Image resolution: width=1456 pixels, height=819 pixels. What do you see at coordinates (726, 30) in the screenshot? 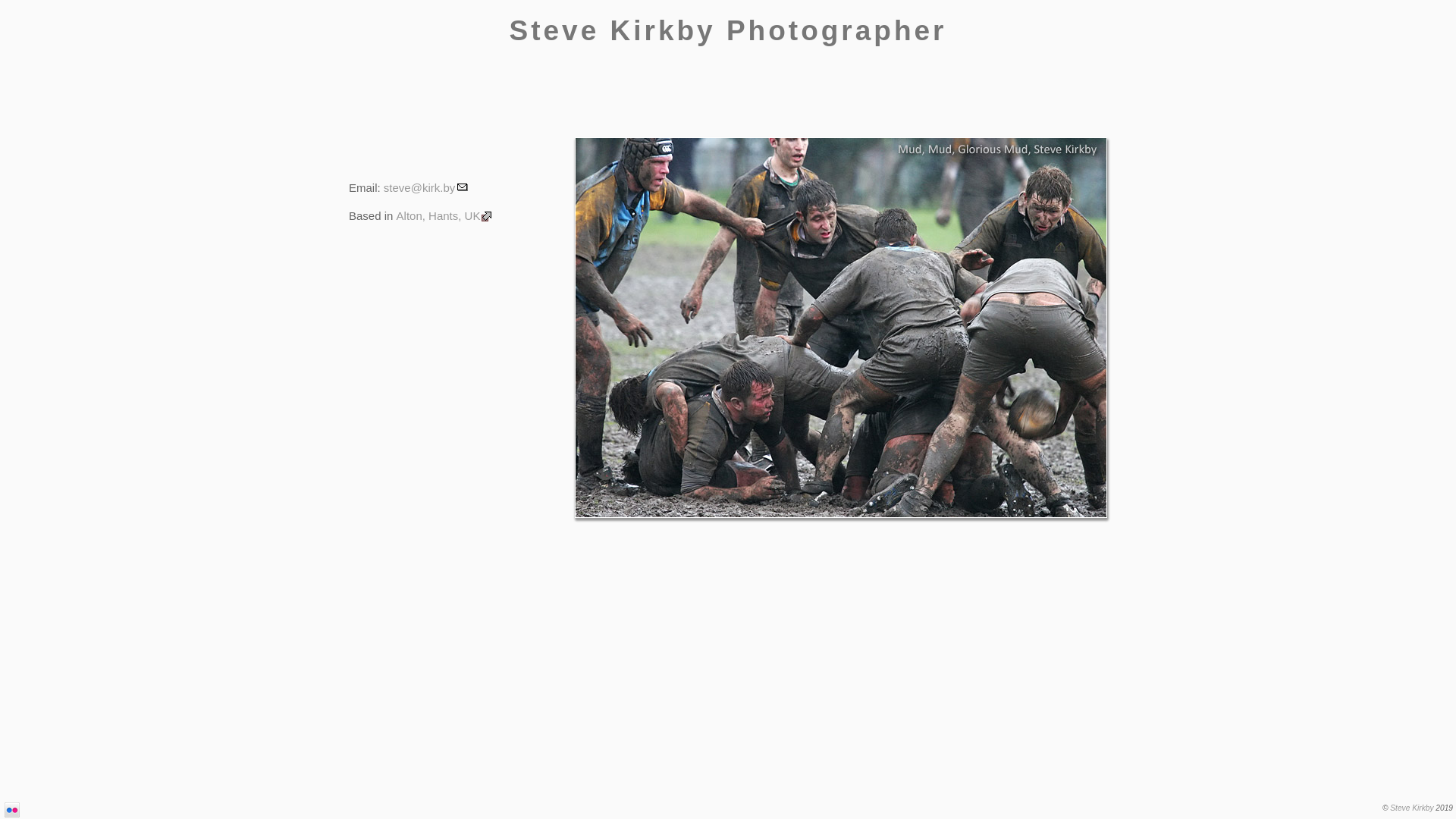
I see `'Steve Kirkby Photographer'` at bounding box center [726, 30].